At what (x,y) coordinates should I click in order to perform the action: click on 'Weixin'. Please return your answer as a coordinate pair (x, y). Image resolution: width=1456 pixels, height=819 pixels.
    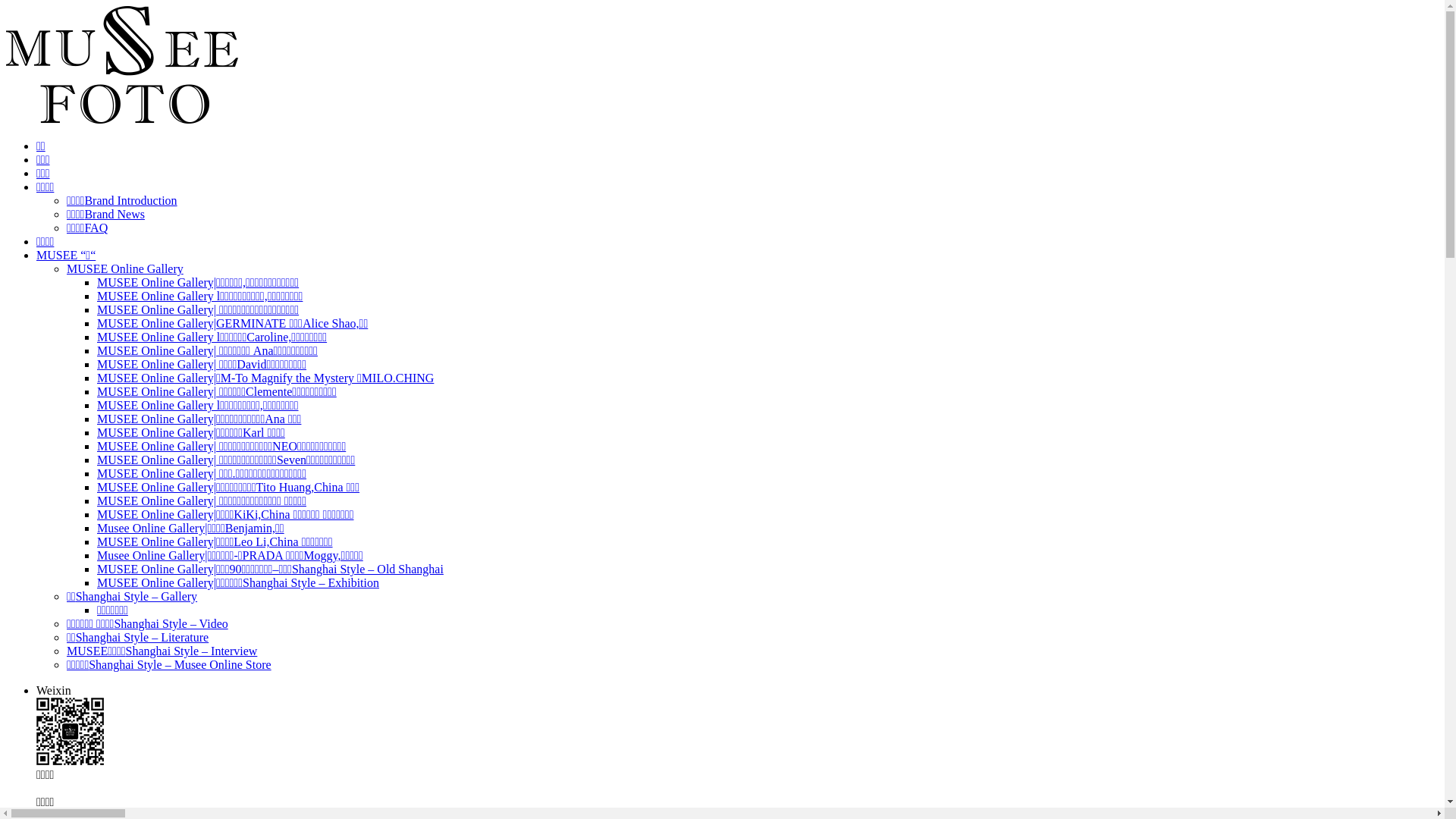
    Looking at the image, I should click on (36, 690).